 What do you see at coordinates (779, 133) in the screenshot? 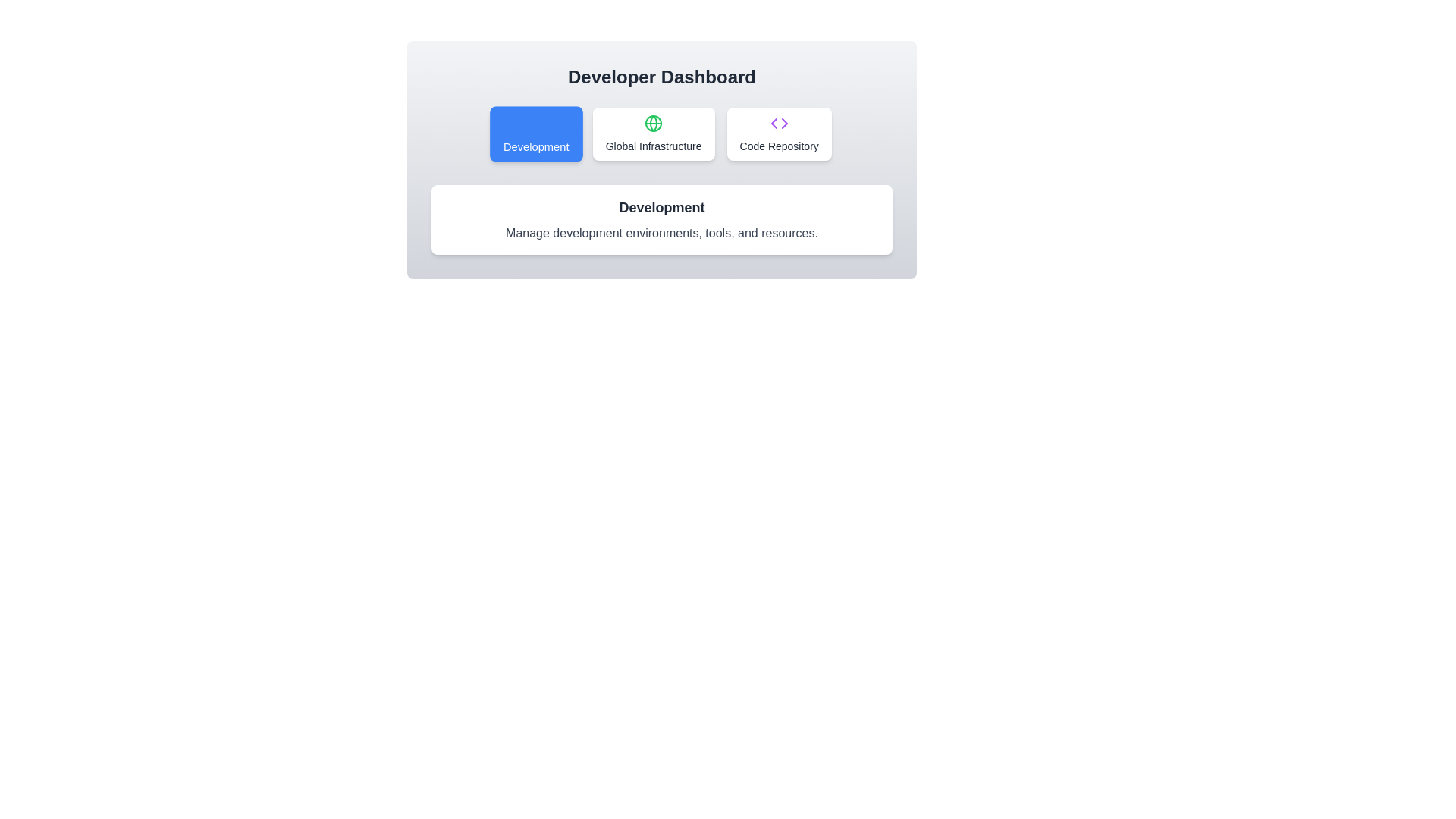
I see `the tab labeled Code Repository to view its icon and content` at bounding box center [779, 133].